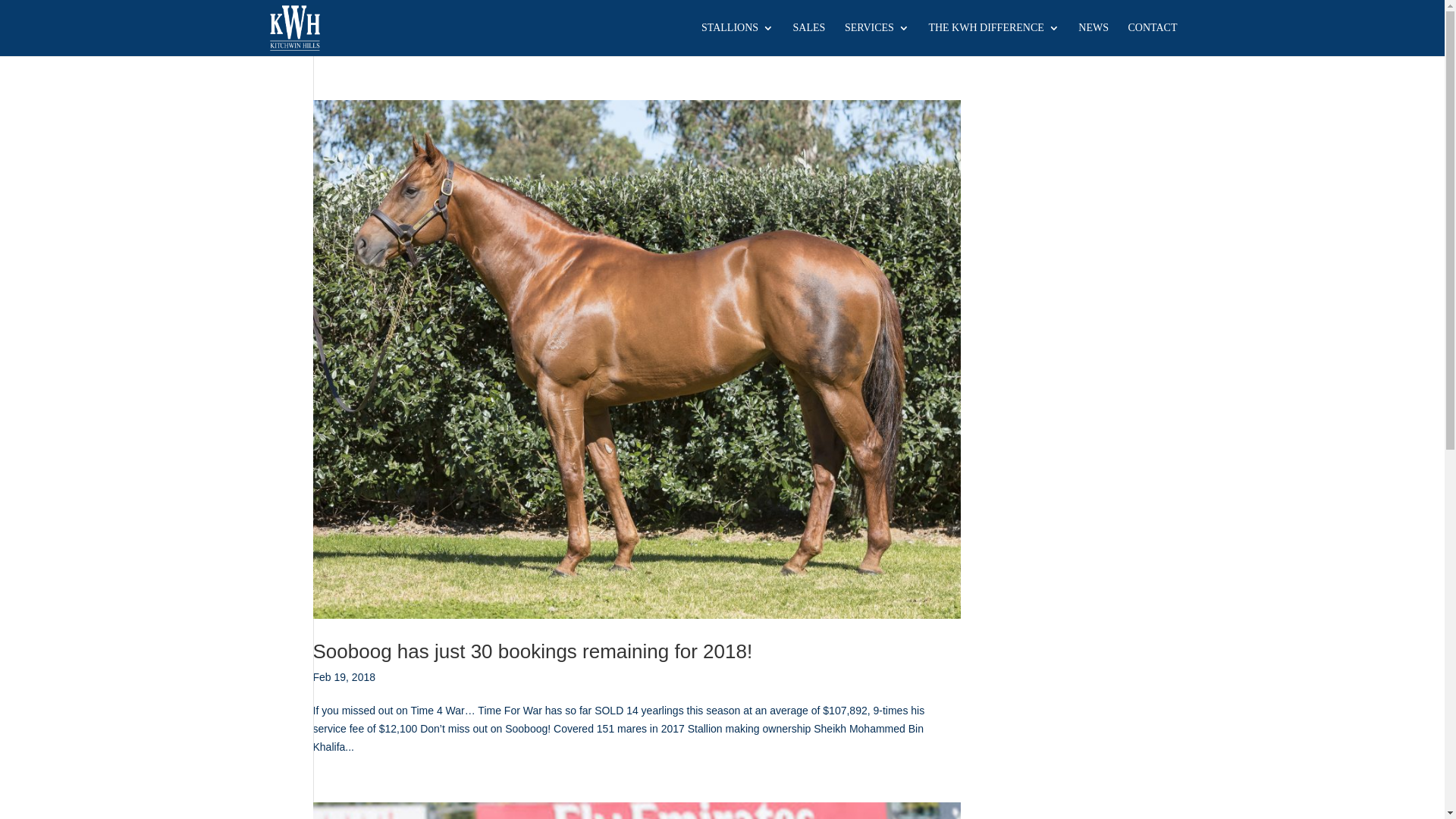  I want to click on 'NEWS', so click(1093, 38).